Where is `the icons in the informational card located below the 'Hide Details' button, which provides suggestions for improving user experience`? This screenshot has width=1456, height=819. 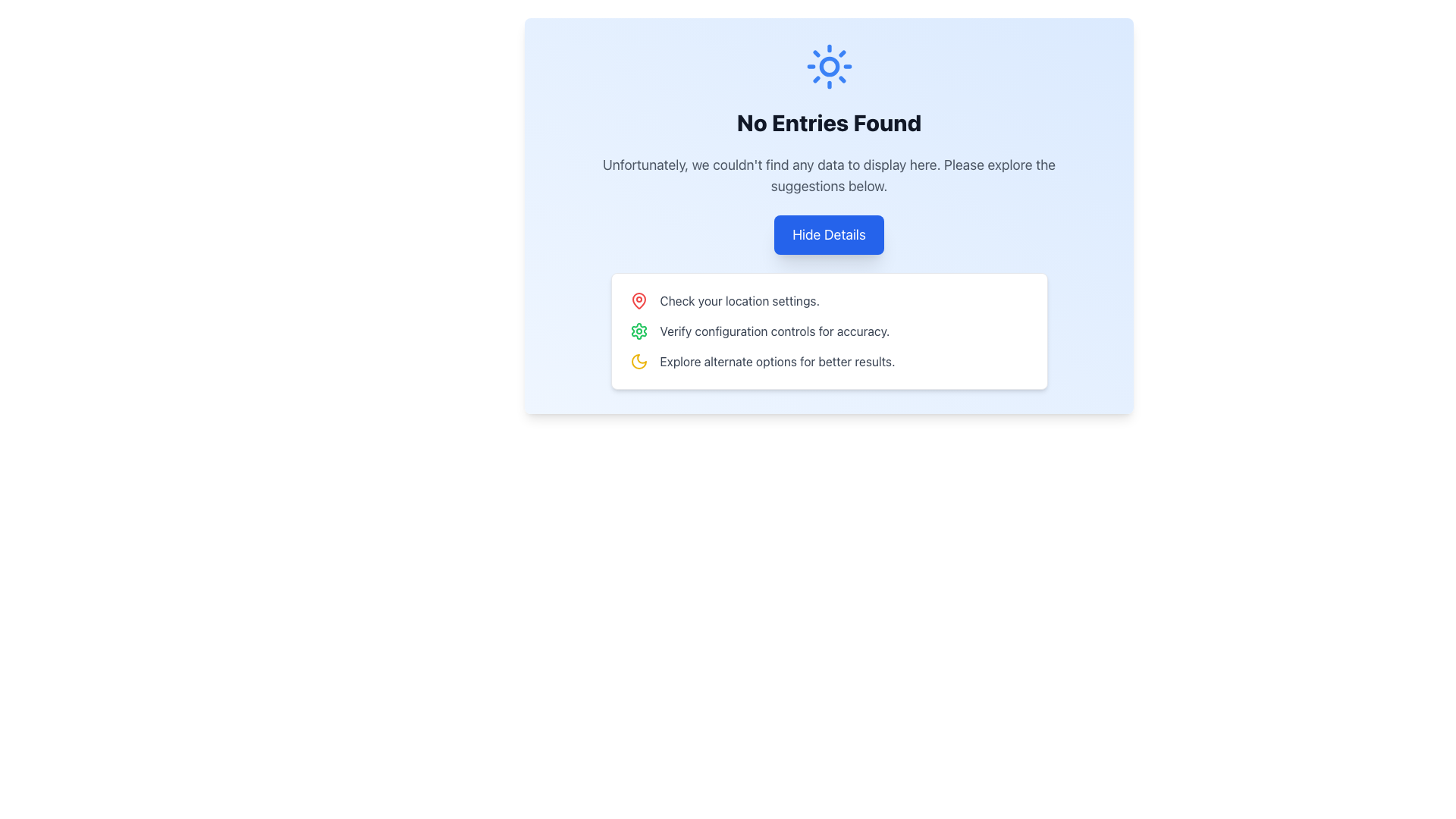 the icons in the informational card located below the 'Hide Details' button, which provides suggestions for improving user experience is located at coordinates (828, 330).